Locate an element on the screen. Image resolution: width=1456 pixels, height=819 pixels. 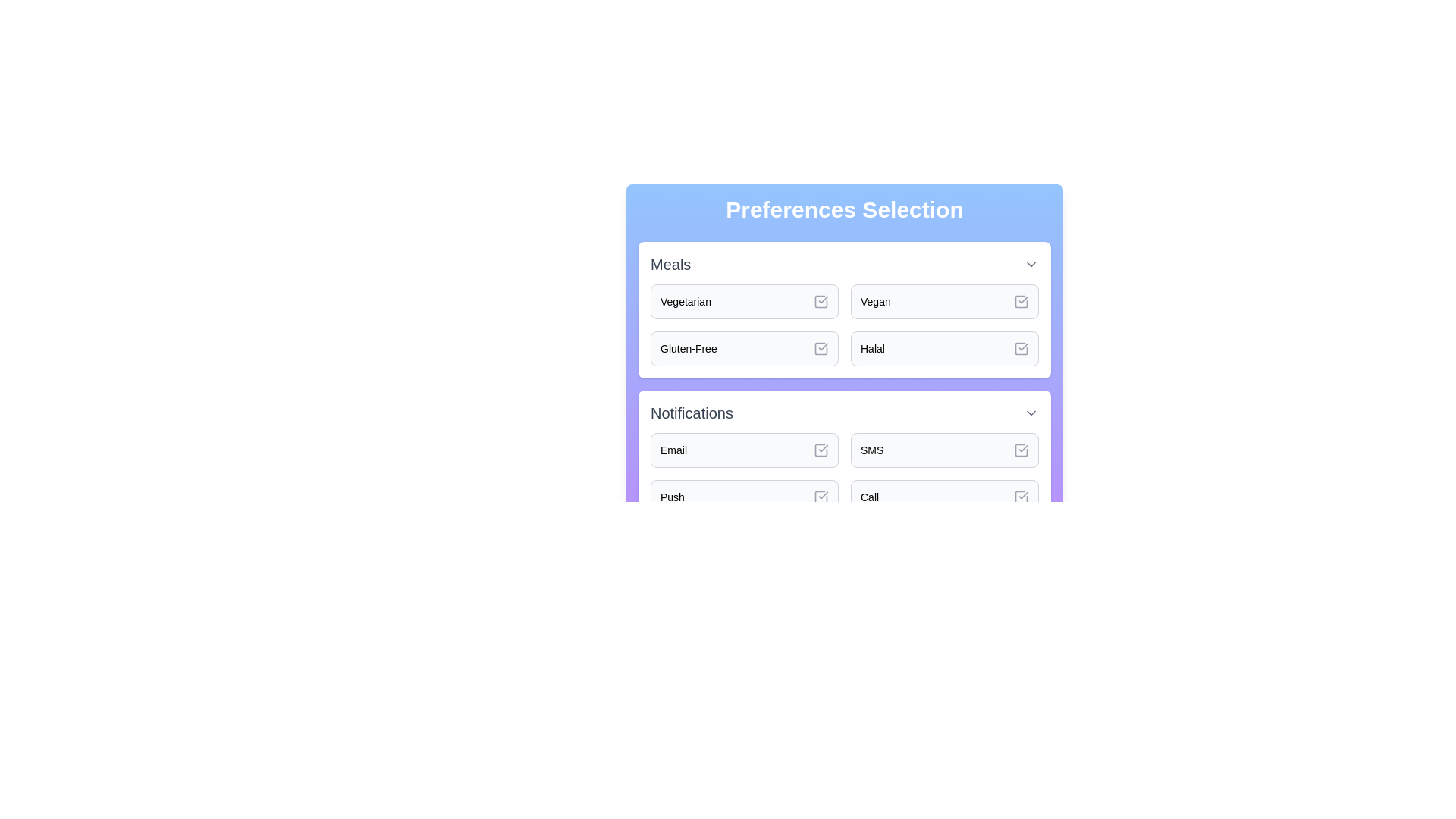
the 'Halal' label in the 'Meals' section of the 'Preferences Selection' interface to identify the dietary option it represents is located at coordinates (873, 348).